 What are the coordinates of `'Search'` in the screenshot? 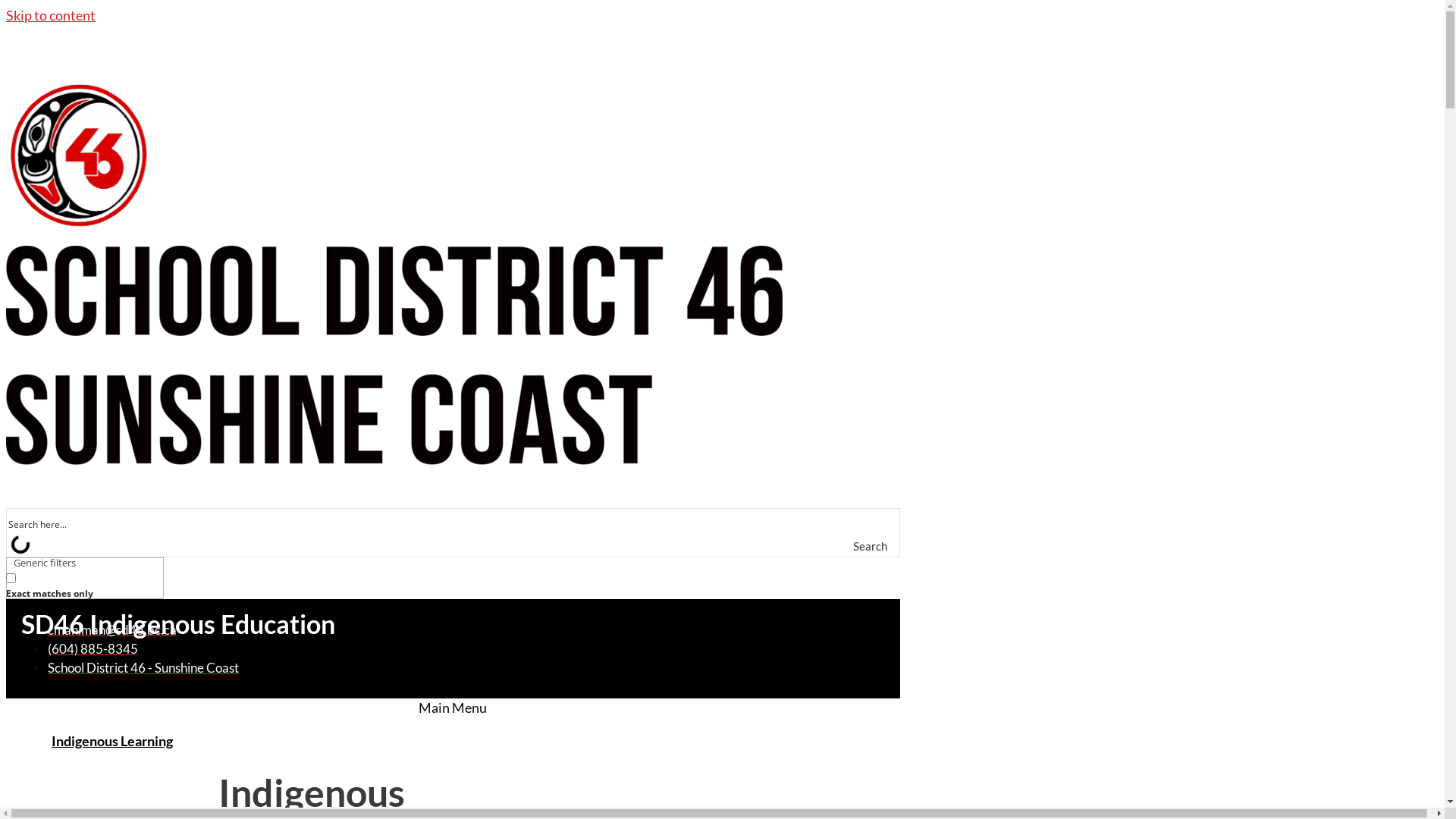 It's located at (874, 546).